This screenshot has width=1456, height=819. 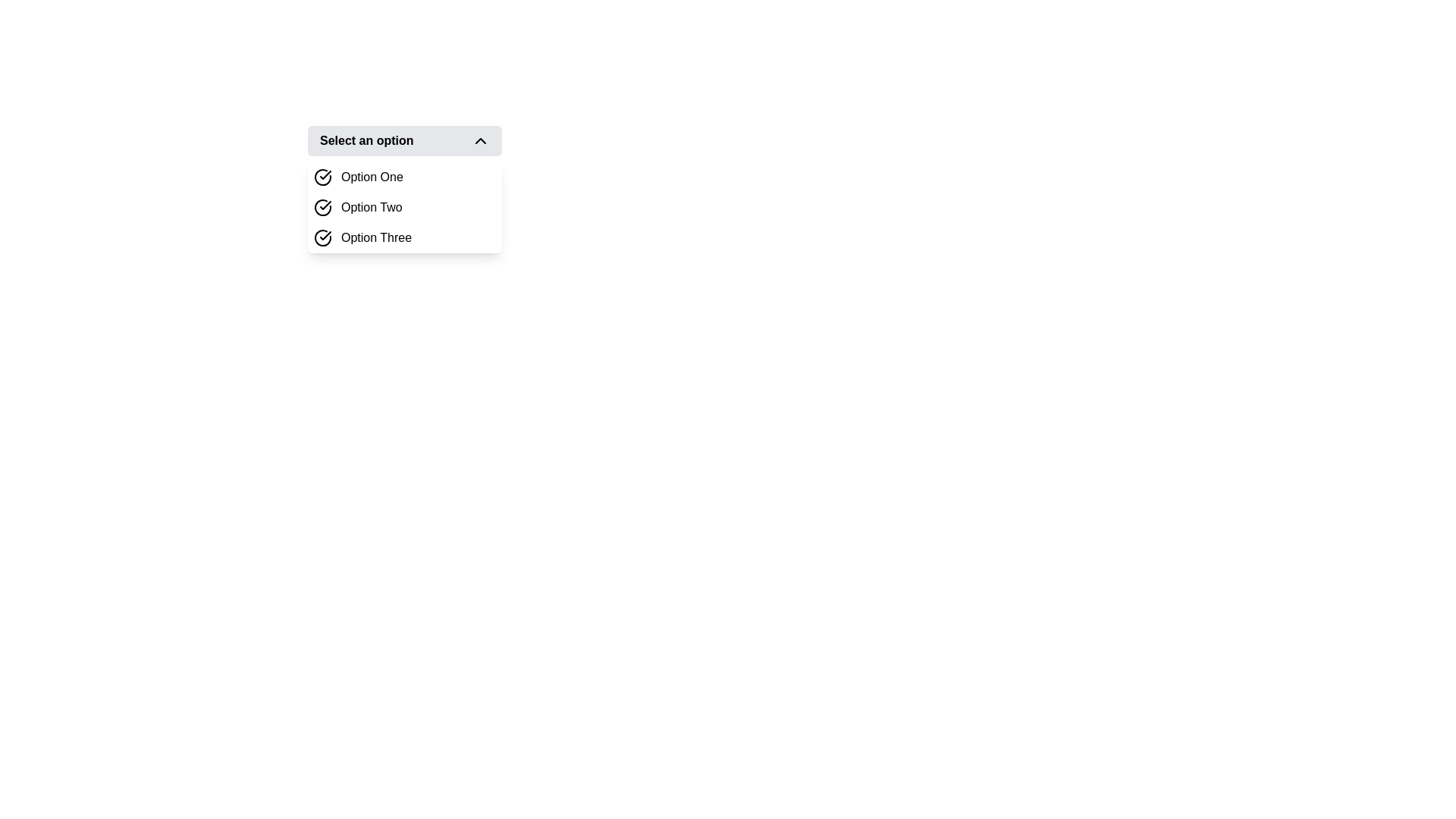 What do you see at coordinates (404, 207) in the screenshot?
I see `an option in the dropdown menu located directly beneath the 'Select an option' button, which allows the user` at bounding box center [404, 207].